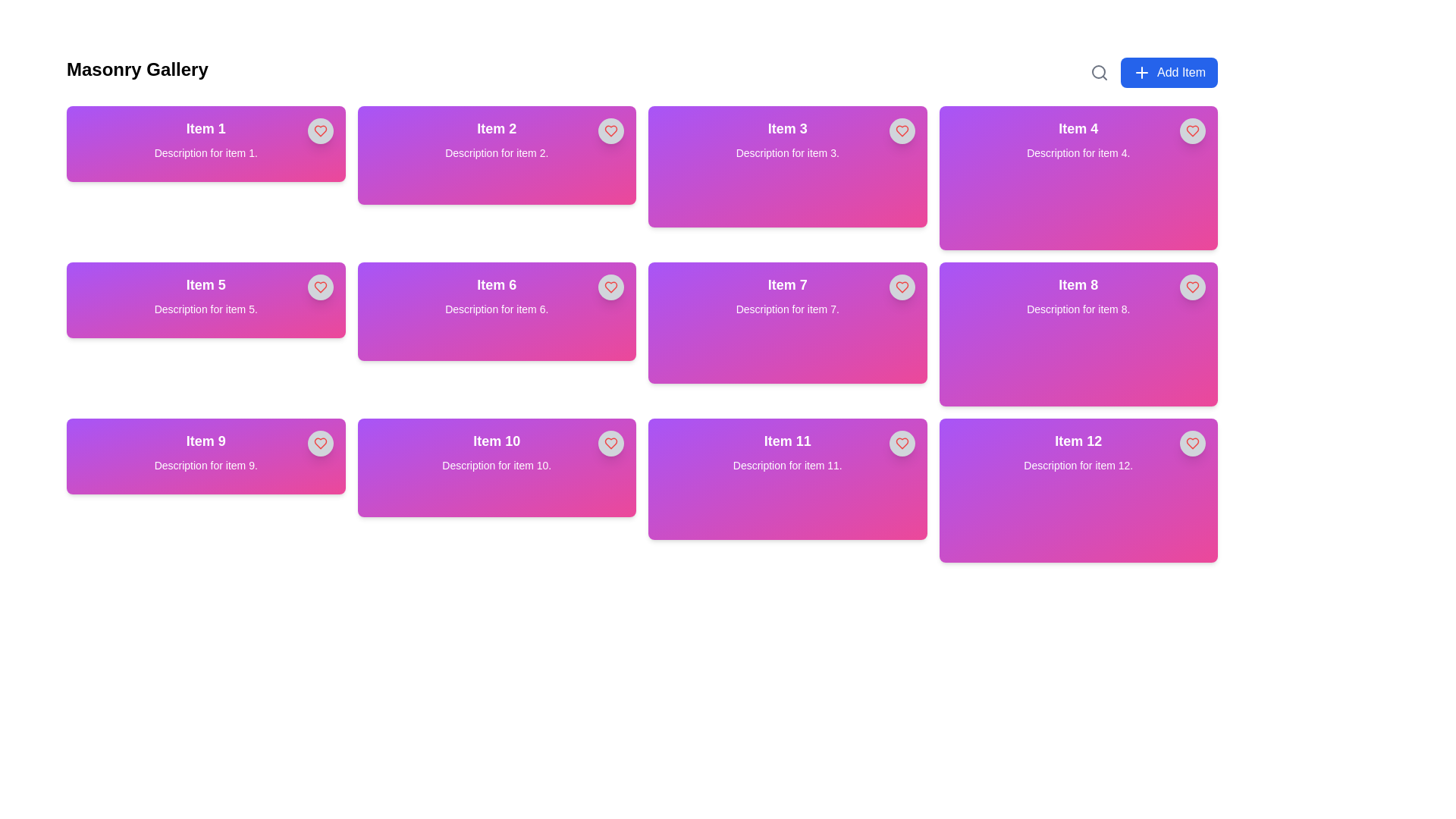  I want to click on the circular button with an icon in the top-right corner of the card titled 'Item 4', so click(1192, 130).